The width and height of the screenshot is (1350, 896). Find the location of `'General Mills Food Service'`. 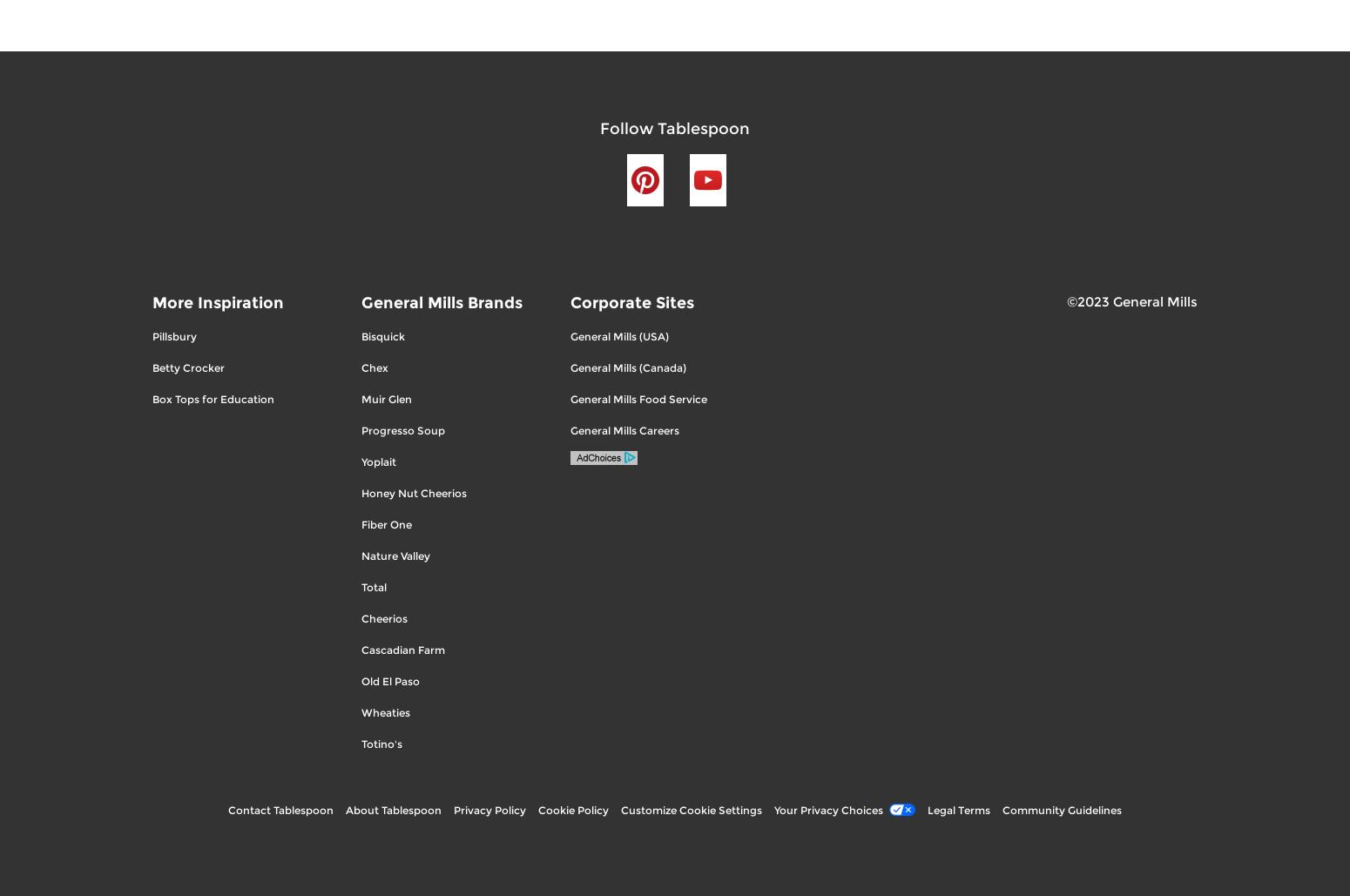

'General Mills Food Service' is located at coordinates (638, 398).